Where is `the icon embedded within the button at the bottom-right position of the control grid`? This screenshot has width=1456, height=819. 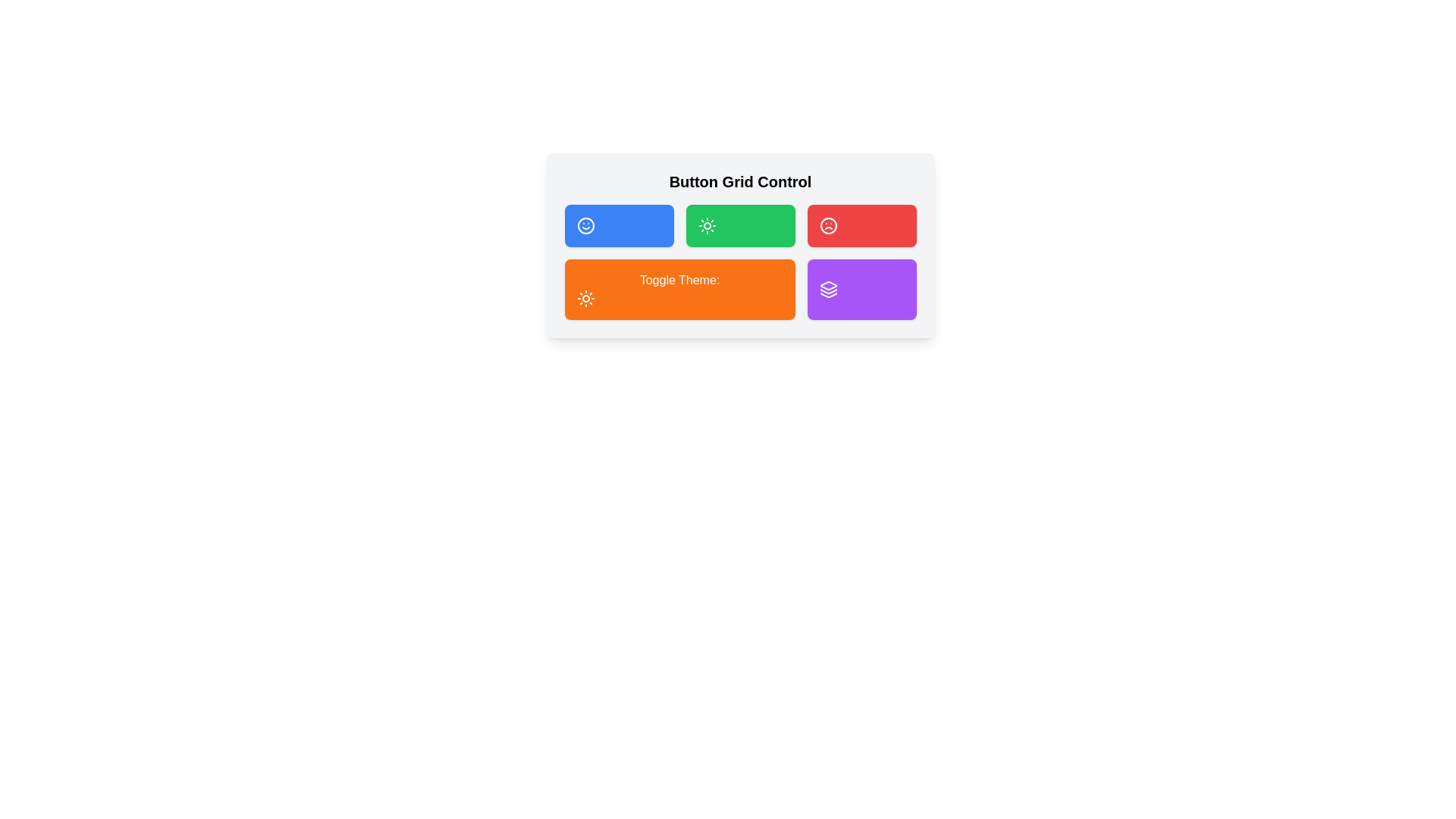
the icon embedded within the button at the bottom-right position of the control grid is located at coordinates (827, 291).